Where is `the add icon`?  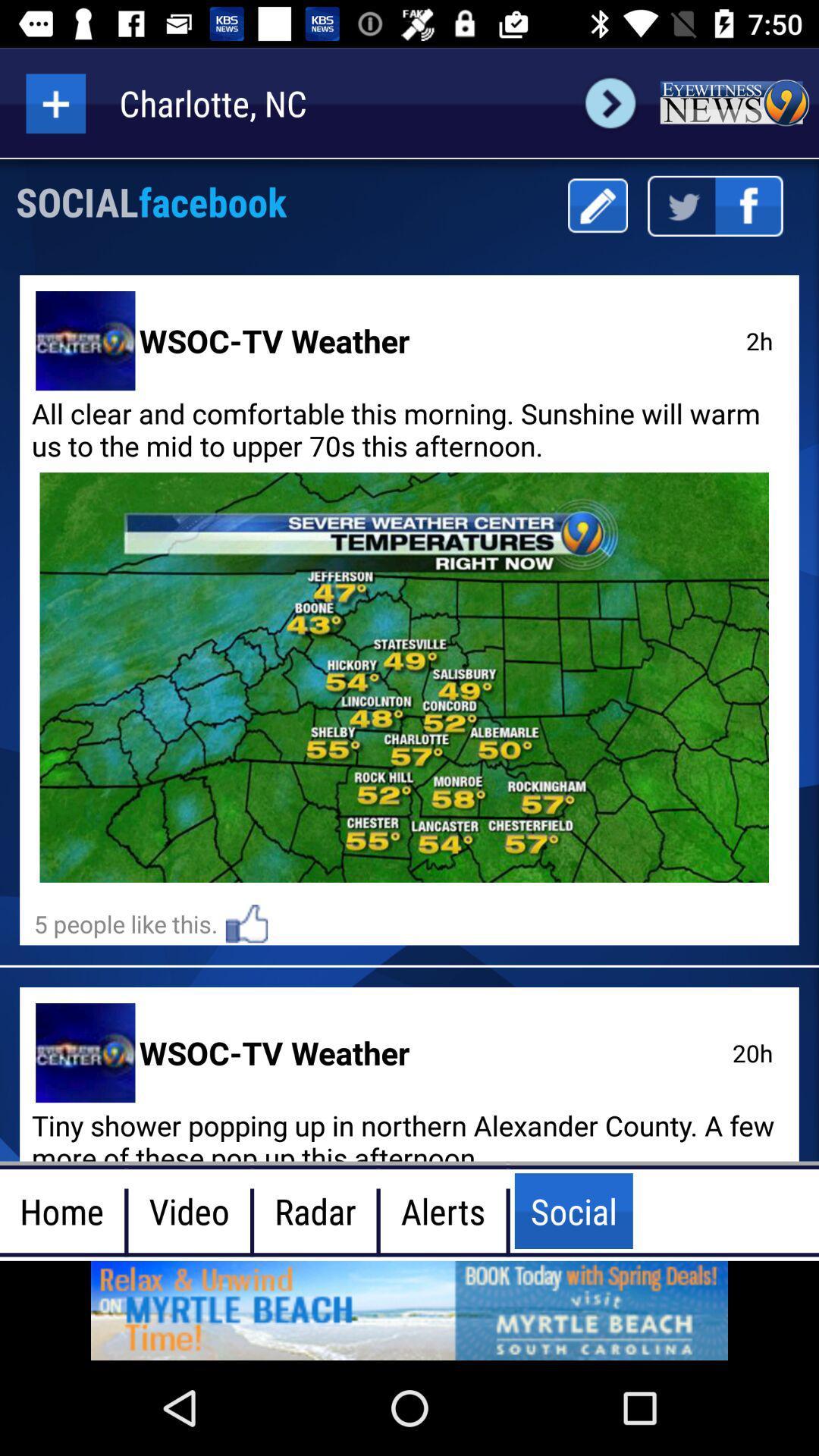
the add icon is located at coordinates (55, 102).